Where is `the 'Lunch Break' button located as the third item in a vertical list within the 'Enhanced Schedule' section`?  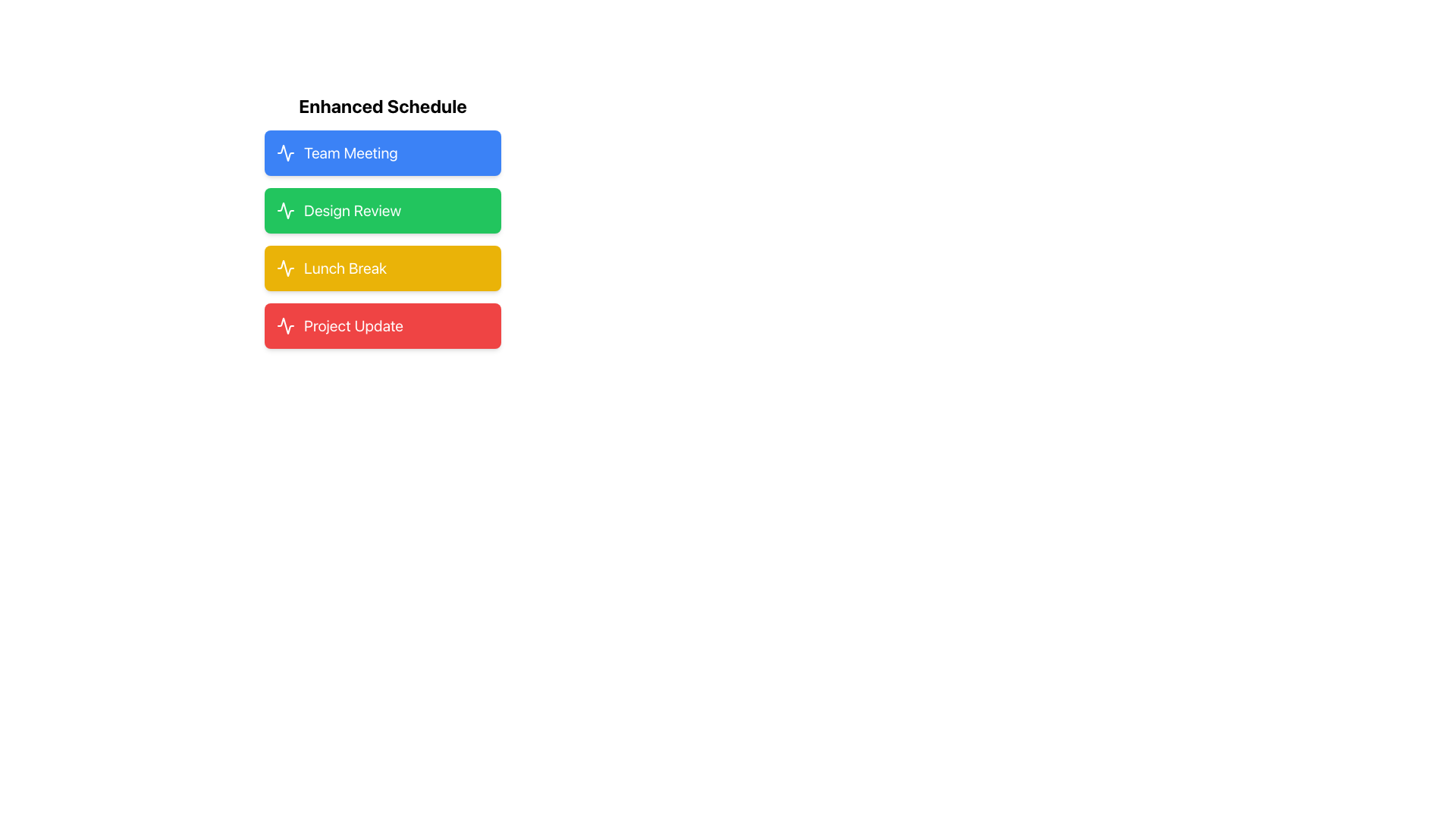
the 'Lunch Break' button located as the third item in a vertical list within the 'Enhanced Schedule' section is located at coordinates (382, 268).